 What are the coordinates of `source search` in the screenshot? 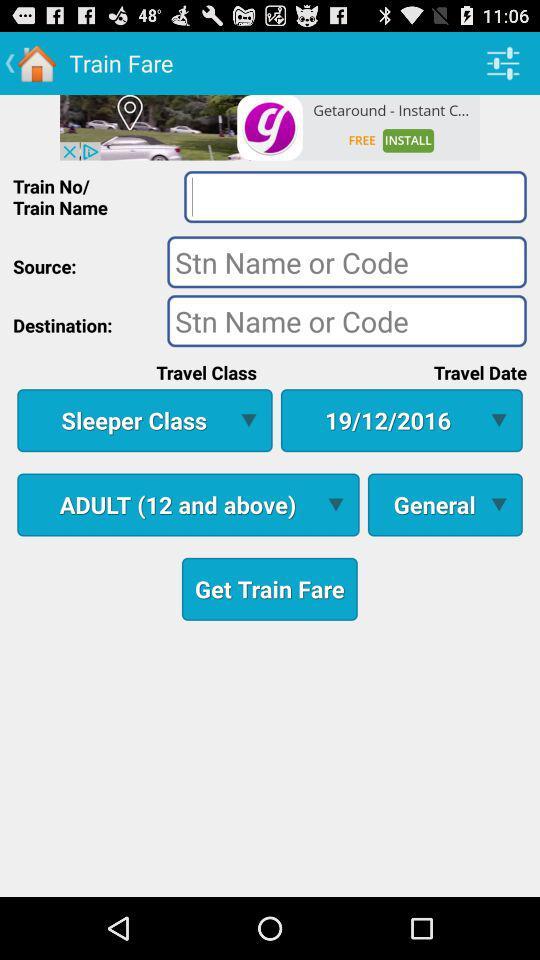 It's located at (346, 260).